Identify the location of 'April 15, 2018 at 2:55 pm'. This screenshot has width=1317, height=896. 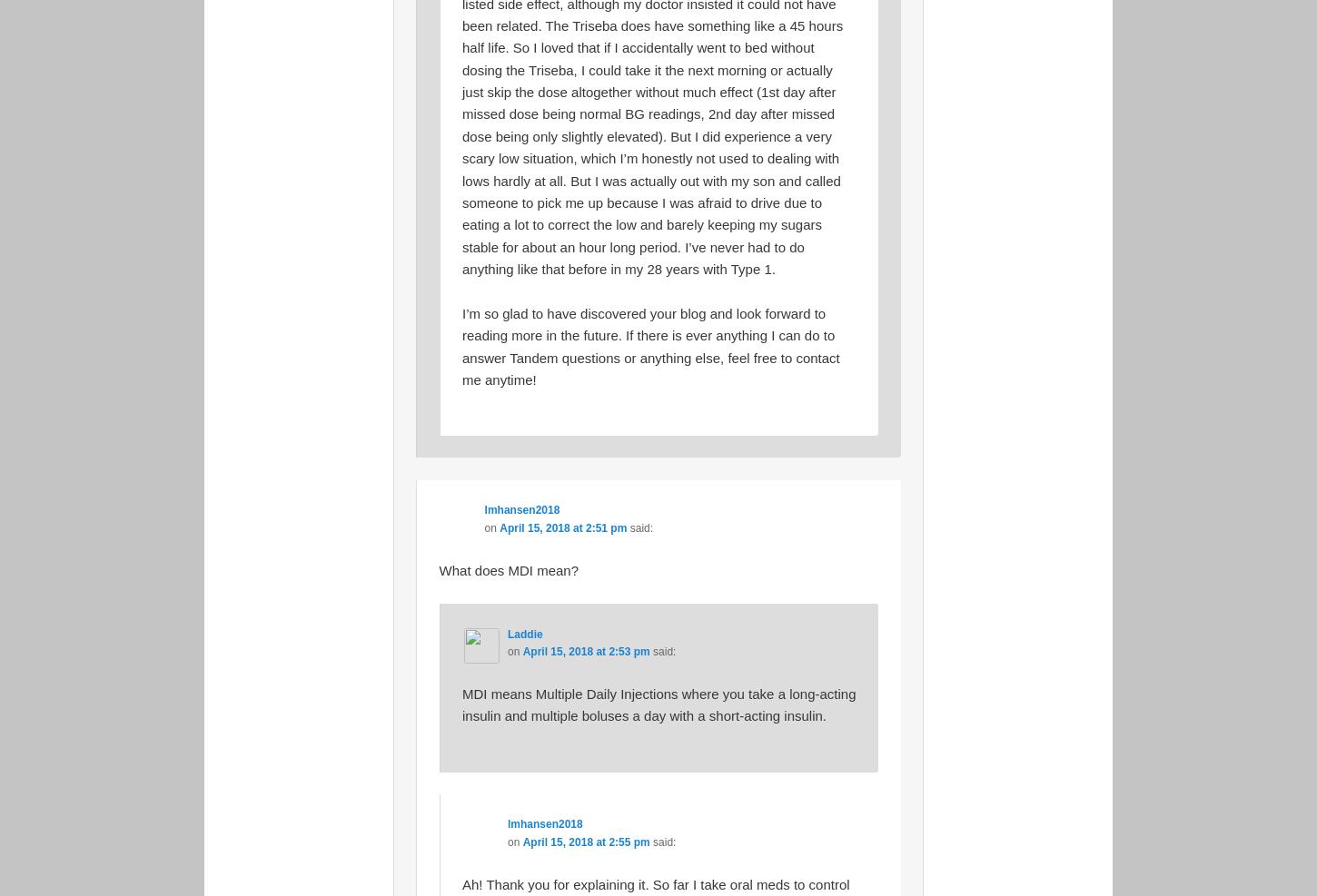
(584, 841).